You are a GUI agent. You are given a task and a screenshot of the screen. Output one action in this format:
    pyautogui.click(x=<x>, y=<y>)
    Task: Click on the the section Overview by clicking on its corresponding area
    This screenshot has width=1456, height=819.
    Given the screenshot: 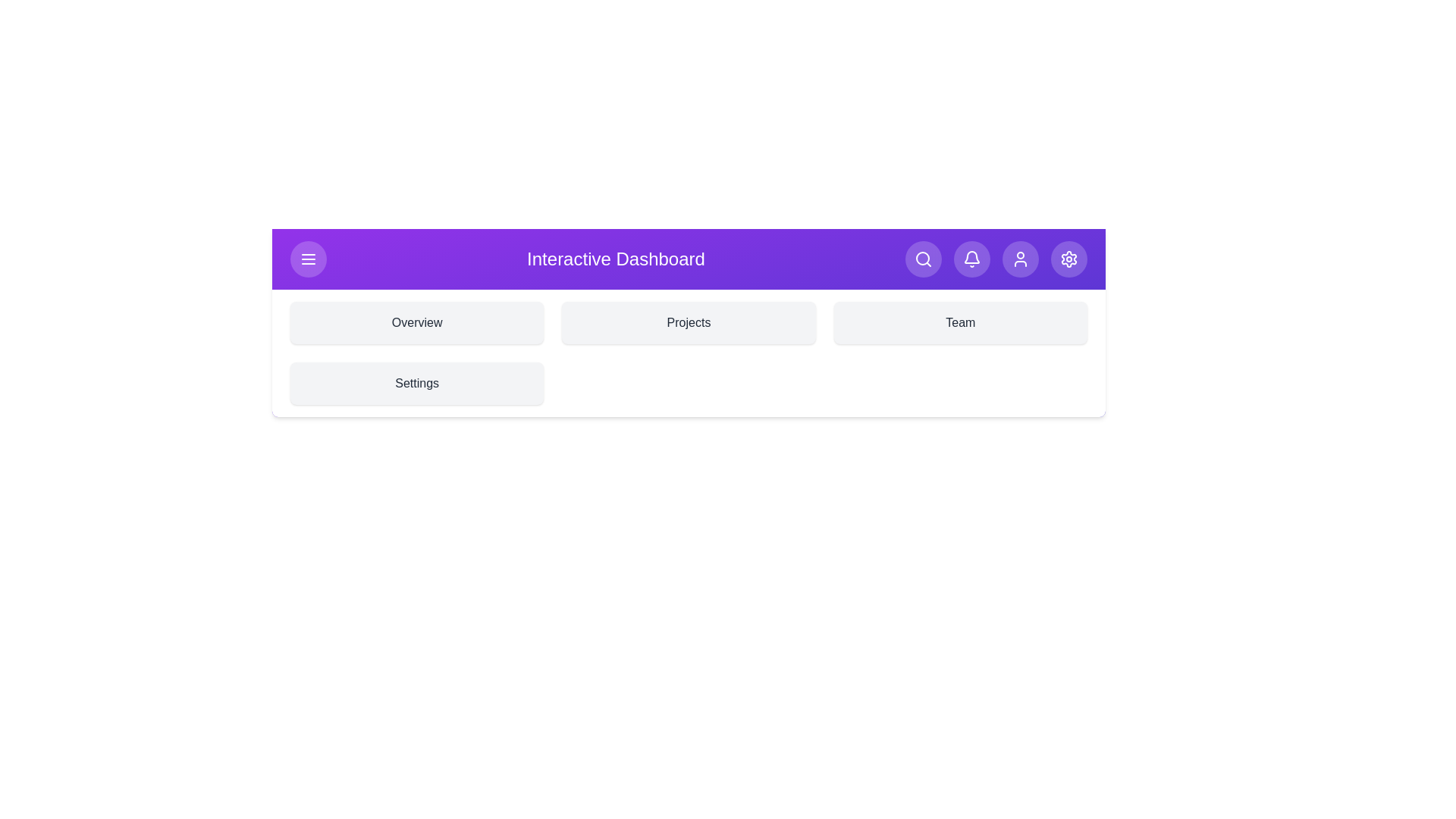 What is the action you would take?
    pyautogui.click(x=417, y=322)
    